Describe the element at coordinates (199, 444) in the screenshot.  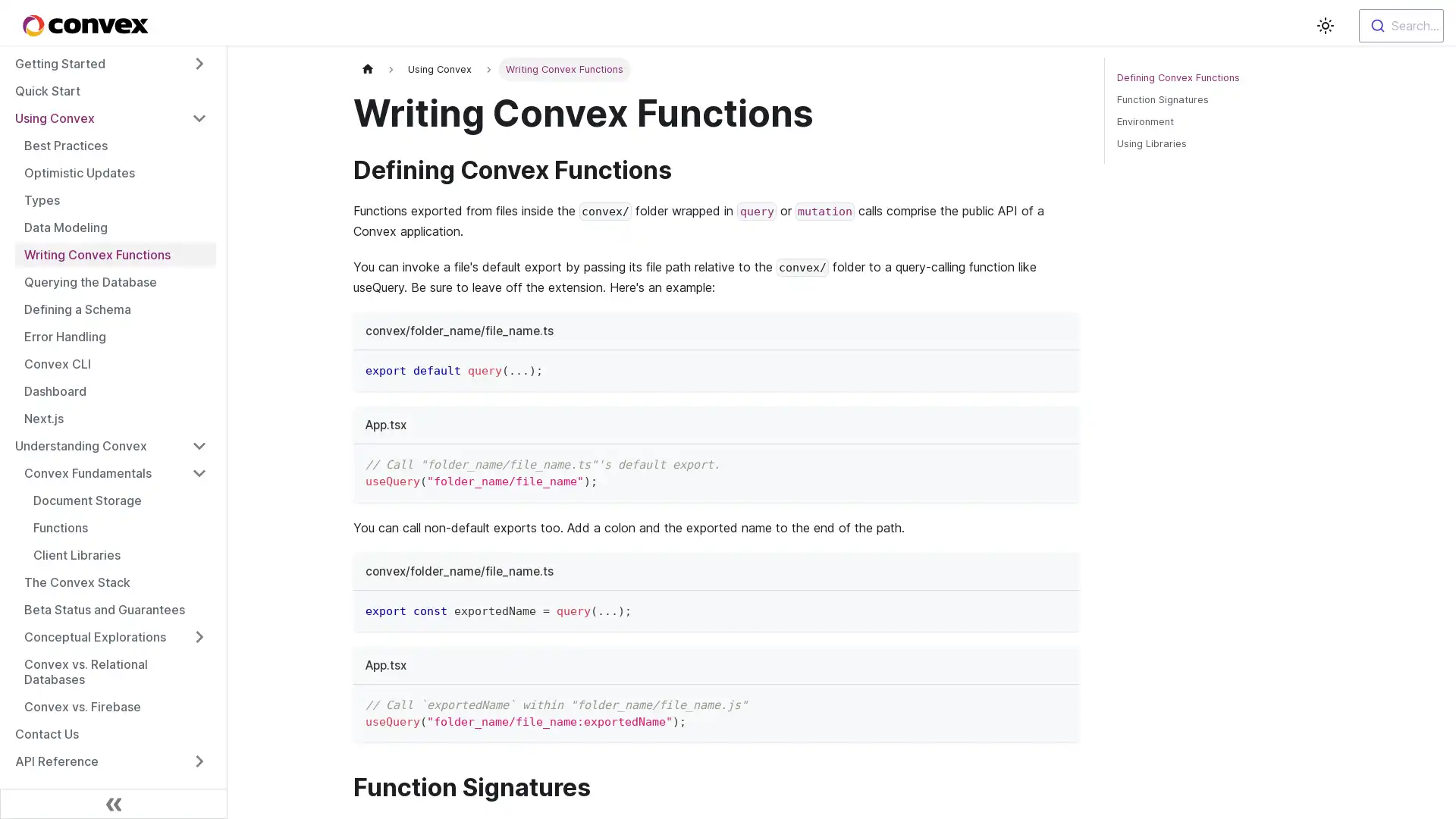
I see `Toggle the collapsible sidebar category 'Understanding Convex'` at that location.